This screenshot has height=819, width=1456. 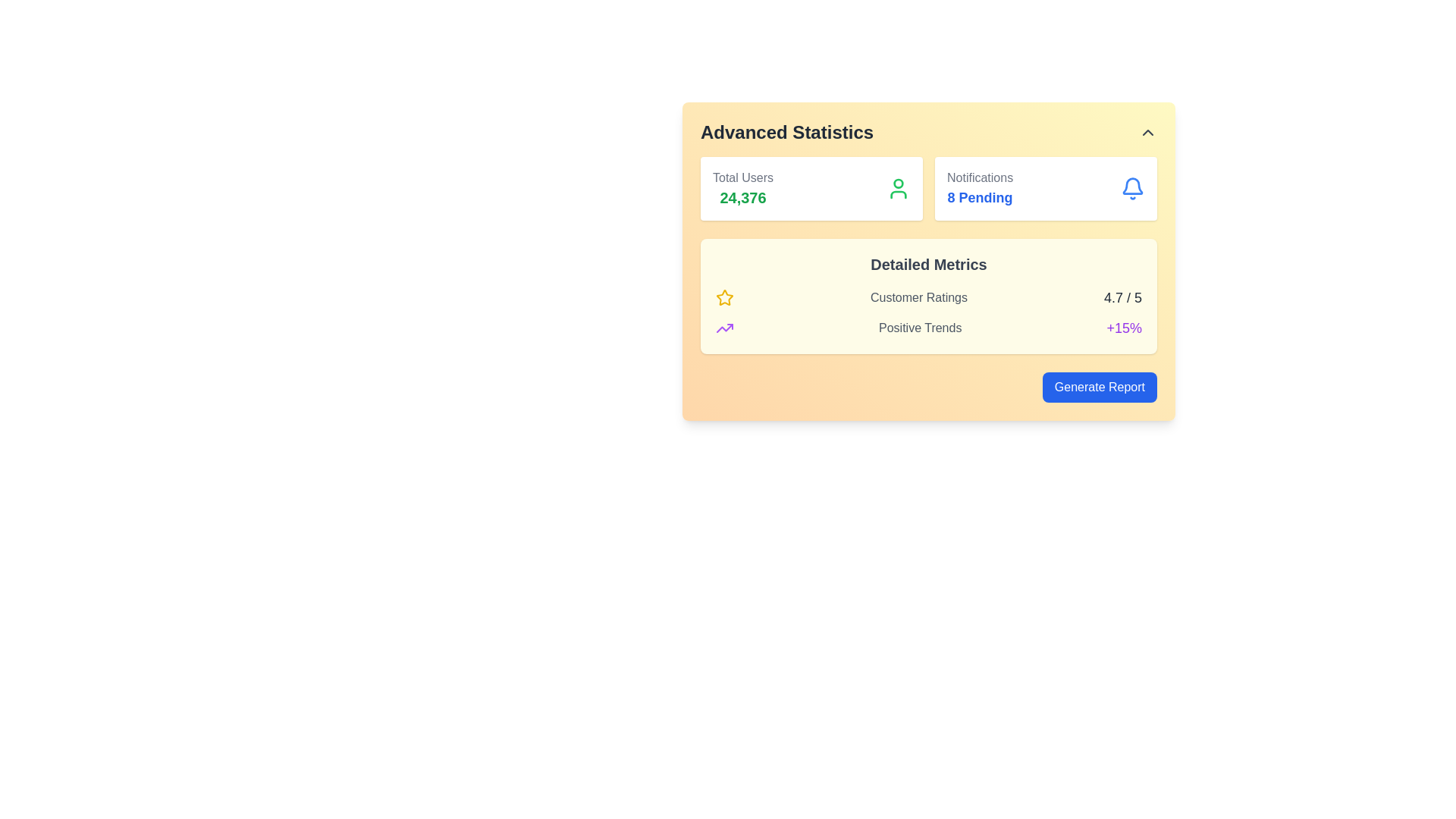 What do you see at coordinates (927, 386) in the screenshot?
I see `the button located in the 'Advanced Statistics' module at the bottom-right corner below the 'Detailed Metrics' section to generate a report` at bounding box center [927, 386].